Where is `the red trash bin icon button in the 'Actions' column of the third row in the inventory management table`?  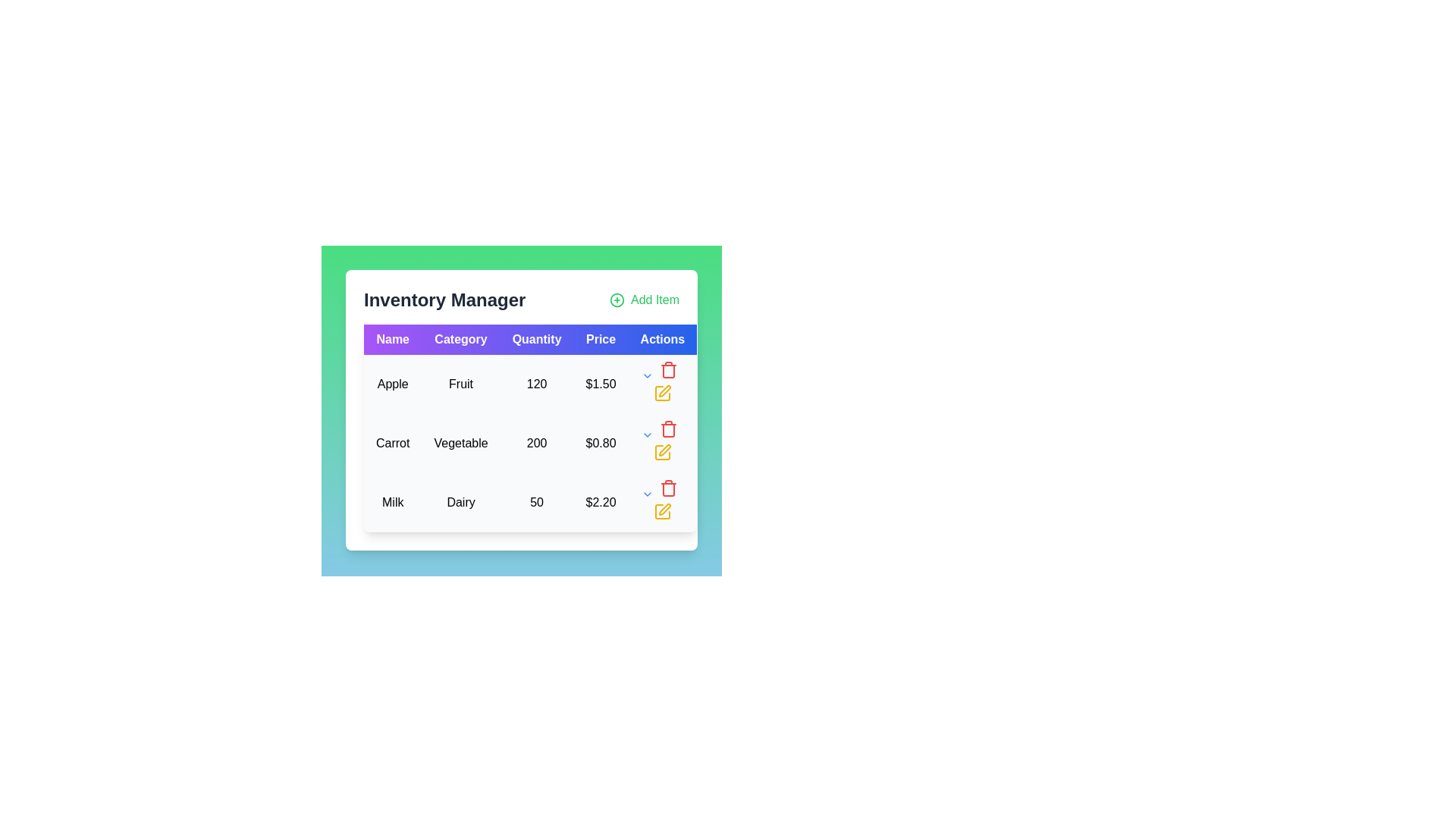 the red trash bin icon button in the 'Actions' column of the third row in the inventory management table is located at coordinates (667, 370).